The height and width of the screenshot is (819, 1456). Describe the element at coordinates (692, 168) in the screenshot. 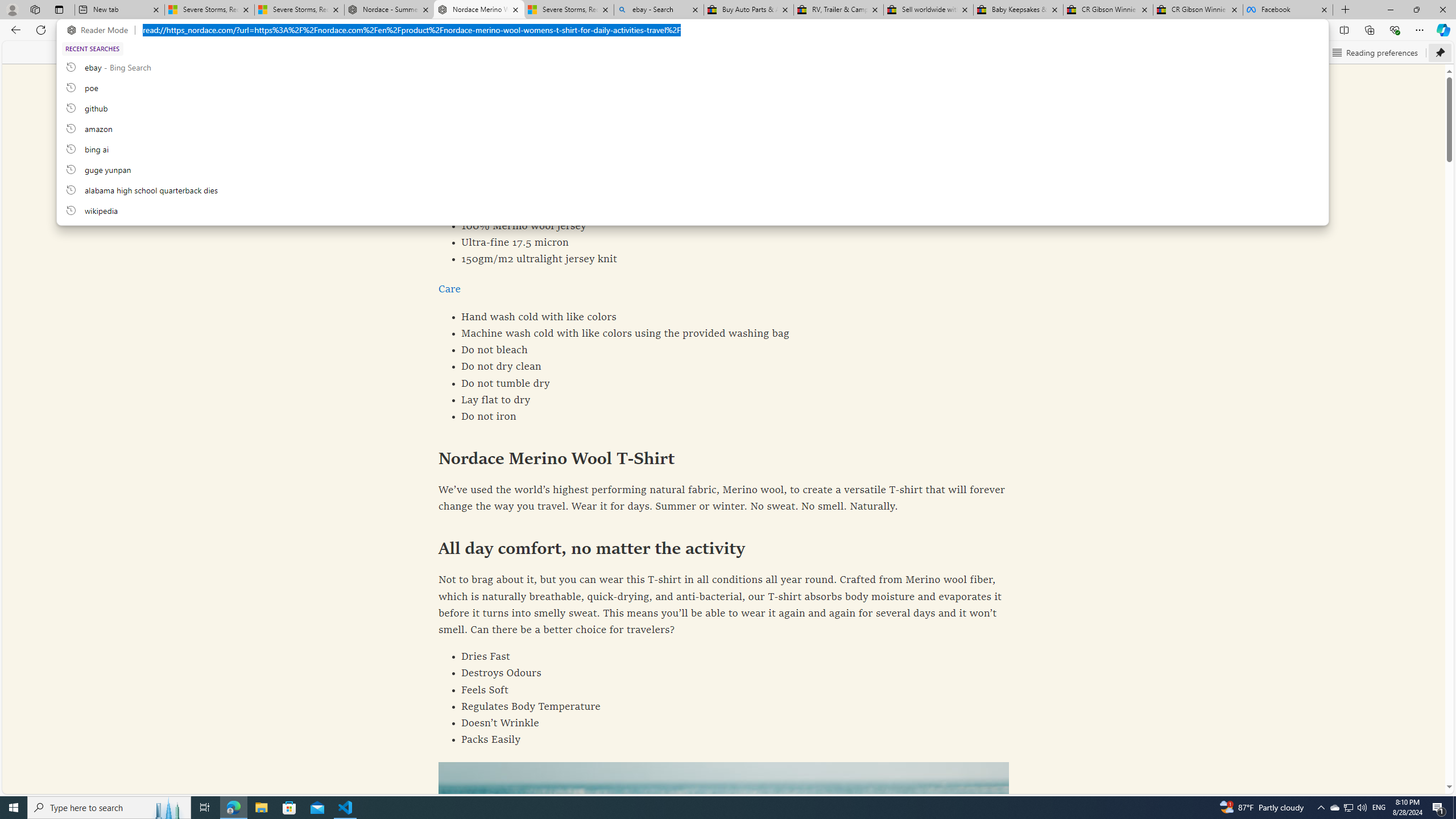

I see `'guge yunpan, recent searches from history'` at that location.